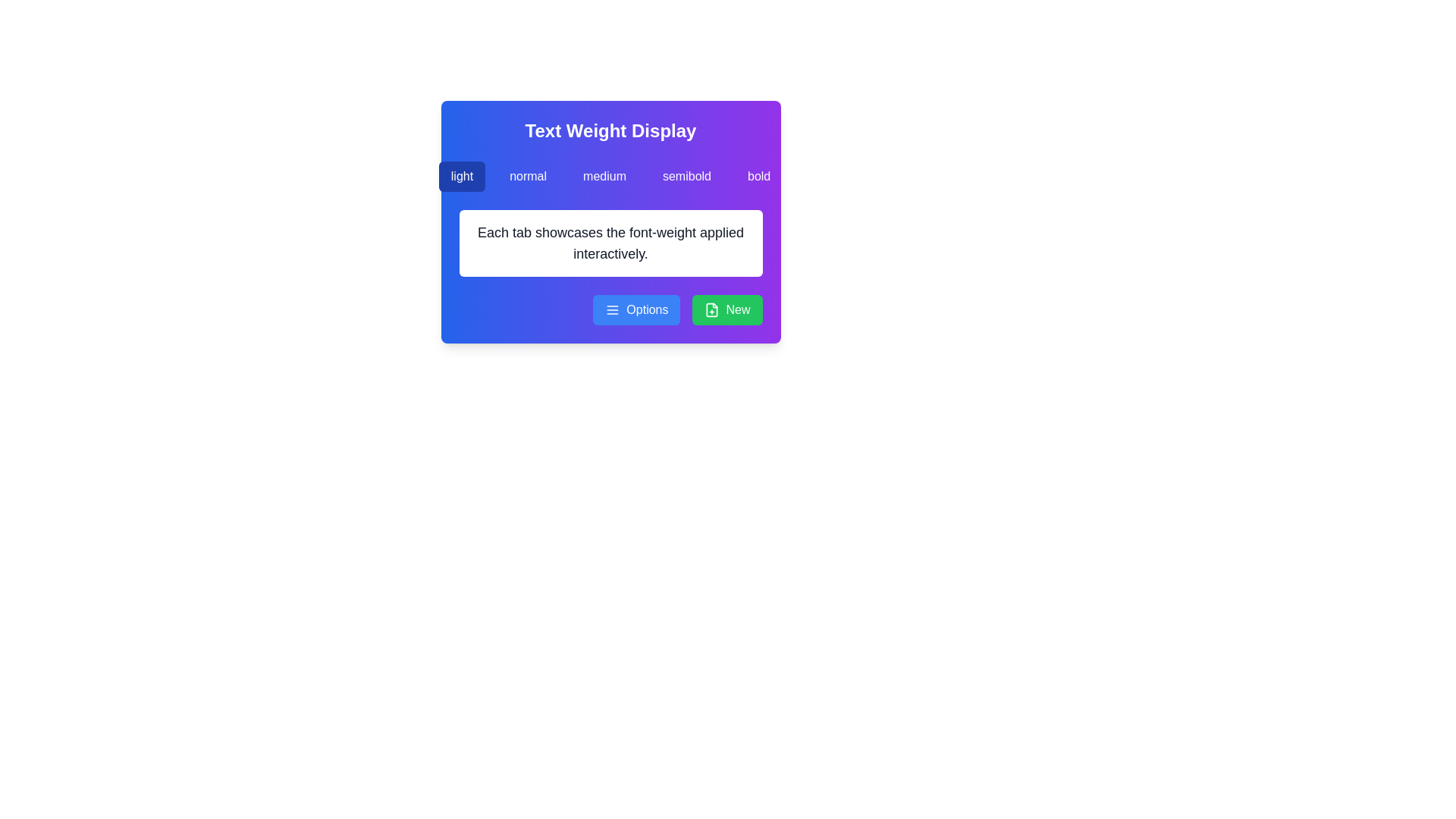 Image resolution: width=1456 pixels, height=819 pixels. I want to click on the icon located to the right of the text 'New' within the green button in the bottom right corner of the interface, so click(711, 309).